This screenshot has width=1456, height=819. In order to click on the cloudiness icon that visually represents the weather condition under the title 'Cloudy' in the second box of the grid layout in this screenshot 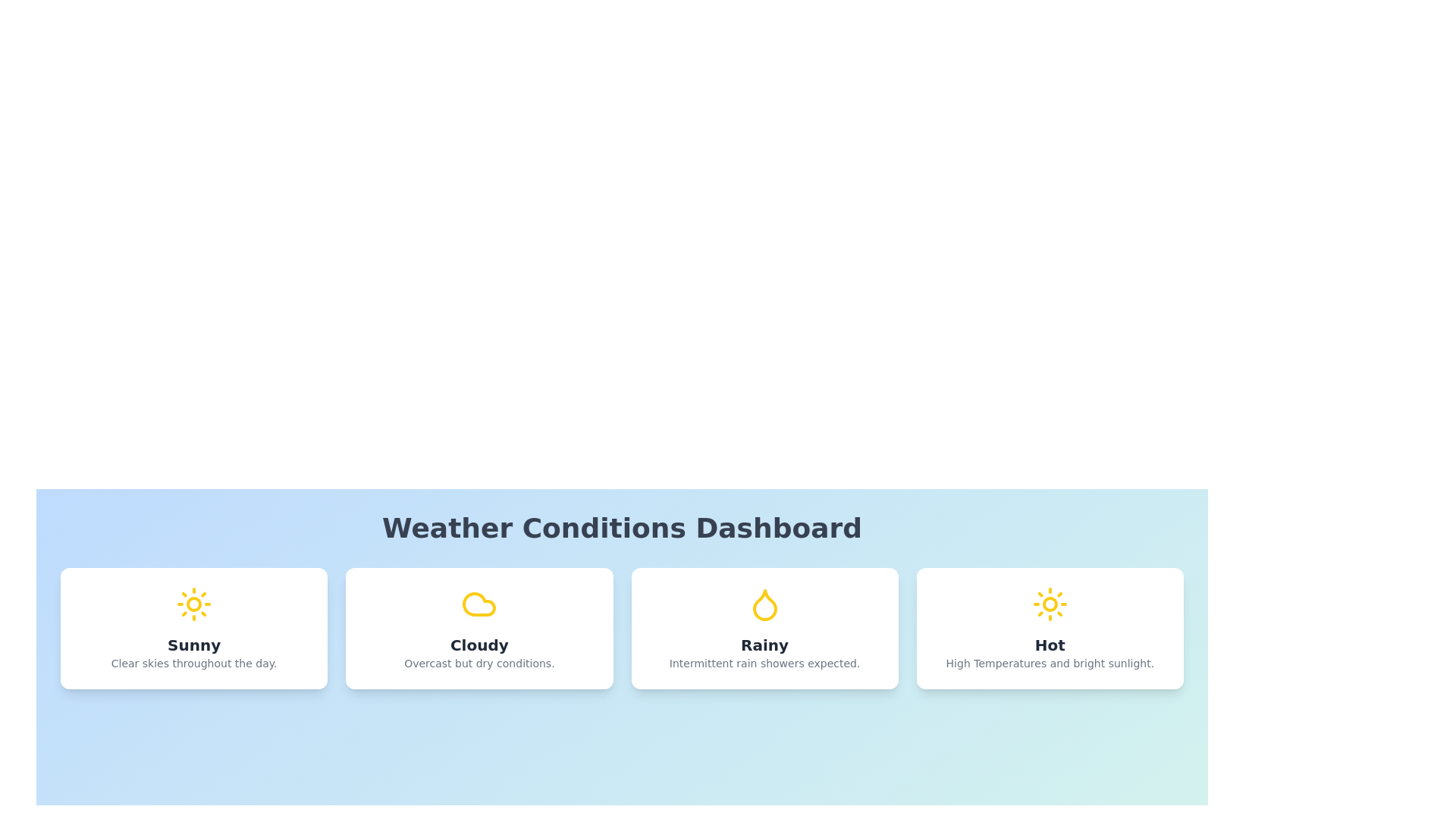, I will do `click(479, 604)`.